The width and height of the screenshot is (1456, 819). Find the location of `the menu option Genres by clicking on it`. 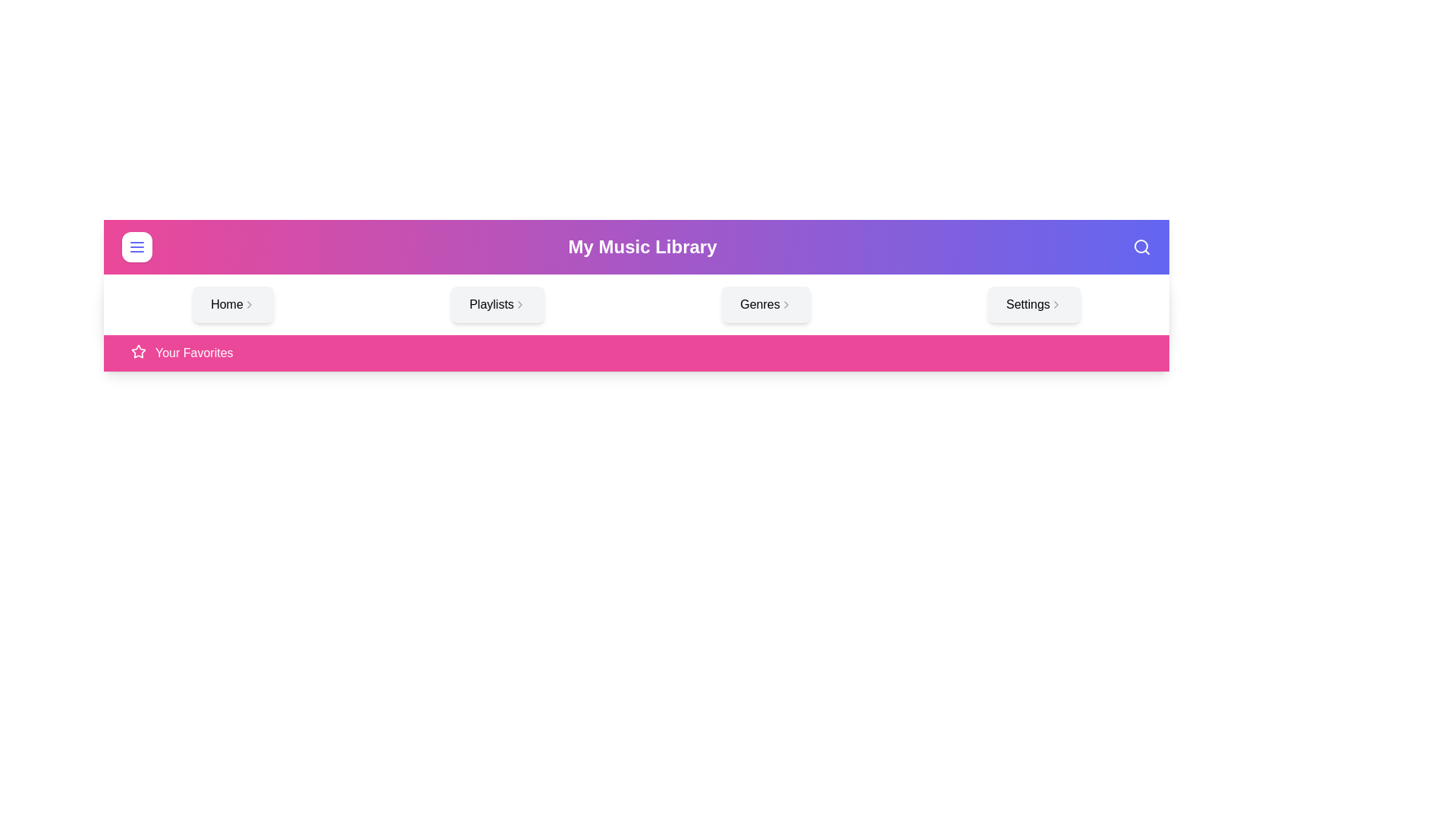

the menu option Genres by clicking on it is located at coordinates (766, 304).